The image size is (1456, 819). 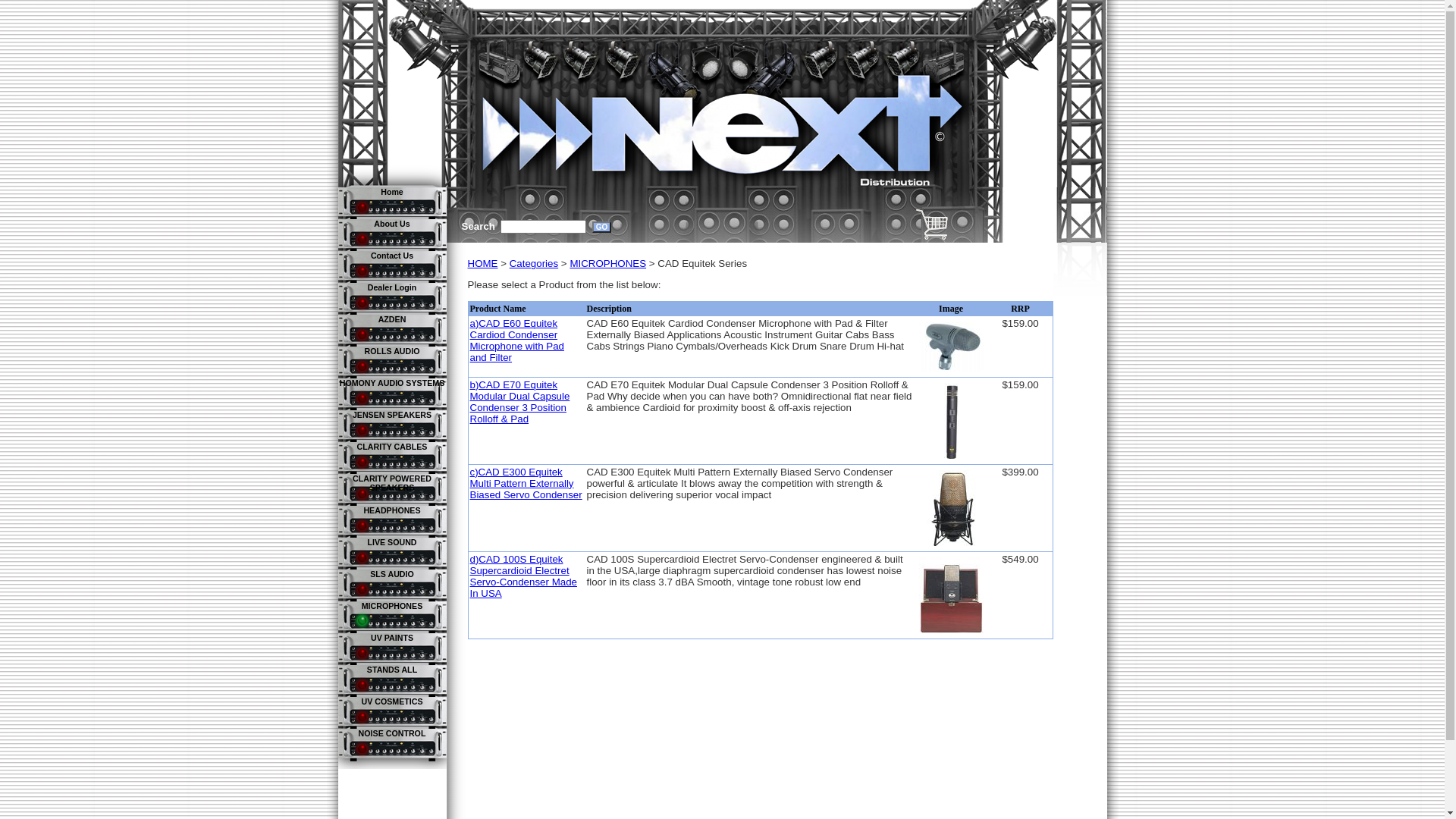 What do you see at coordinates (392, 191) in the screenshot?
I see `'Home'` at bounding box center [392, 191].